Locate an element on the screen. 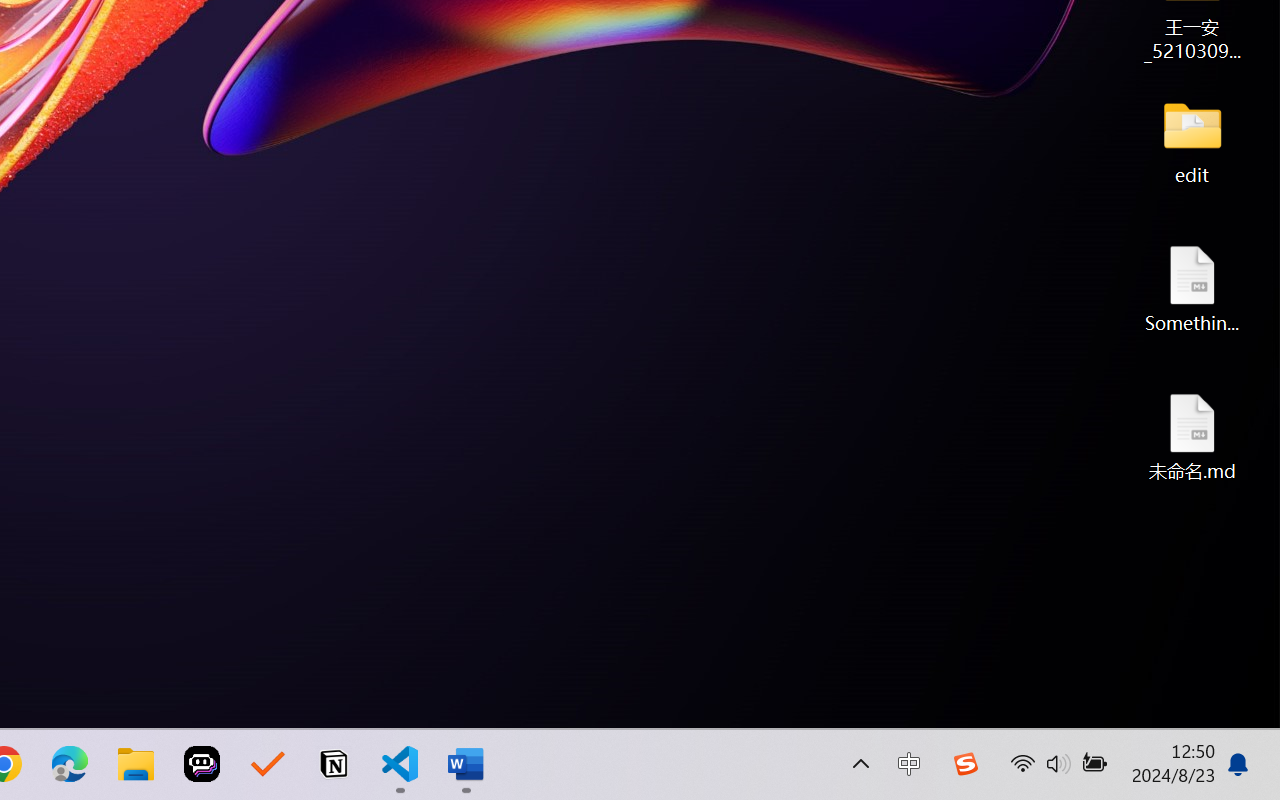 This screenshot has height=800, width=1280. 'Microsoft Edge' is located at coordinates (69, 764).